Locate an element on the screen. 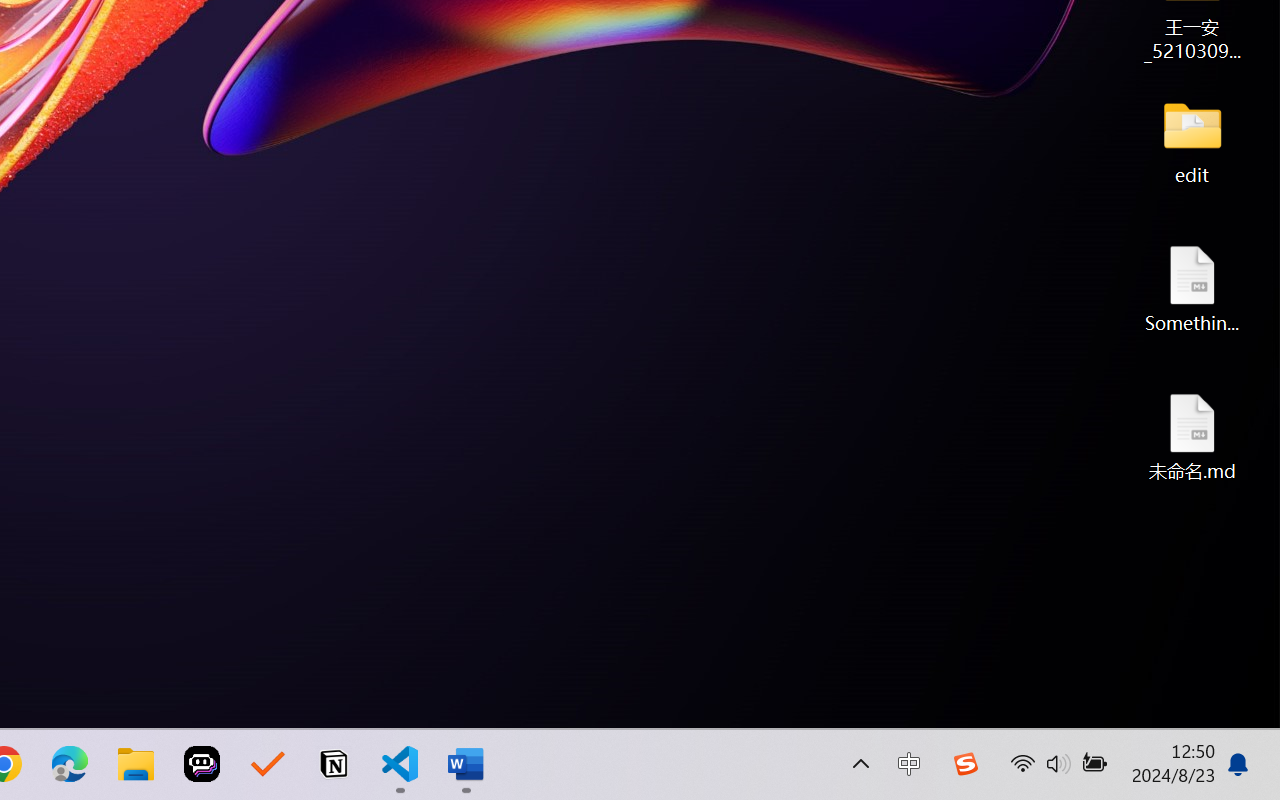 This screenshot has height=800, width=1280. 'Microsoft Edge' is located at coordinates (69, 764).